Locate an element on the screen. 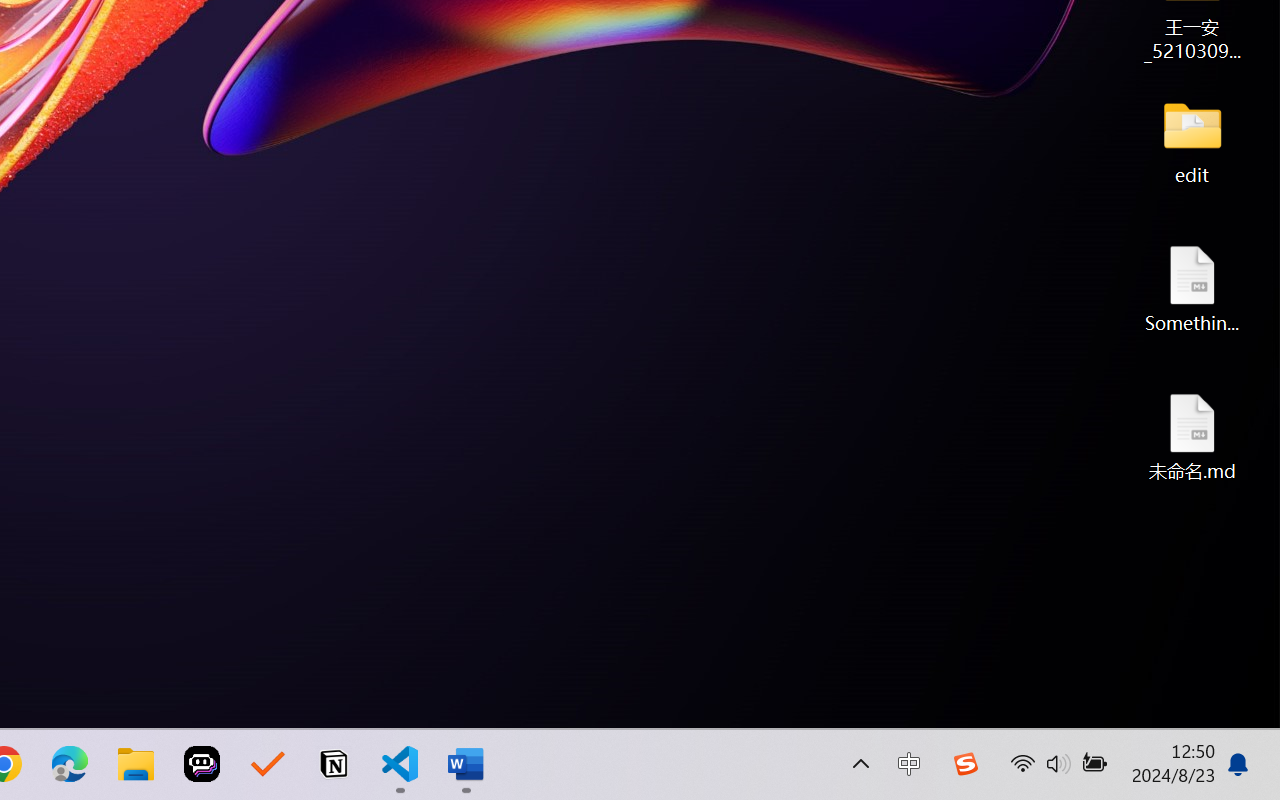 This screenshot has height=800, width=1280. 'Microsoft Edge' is located at coordinates (69, 764).